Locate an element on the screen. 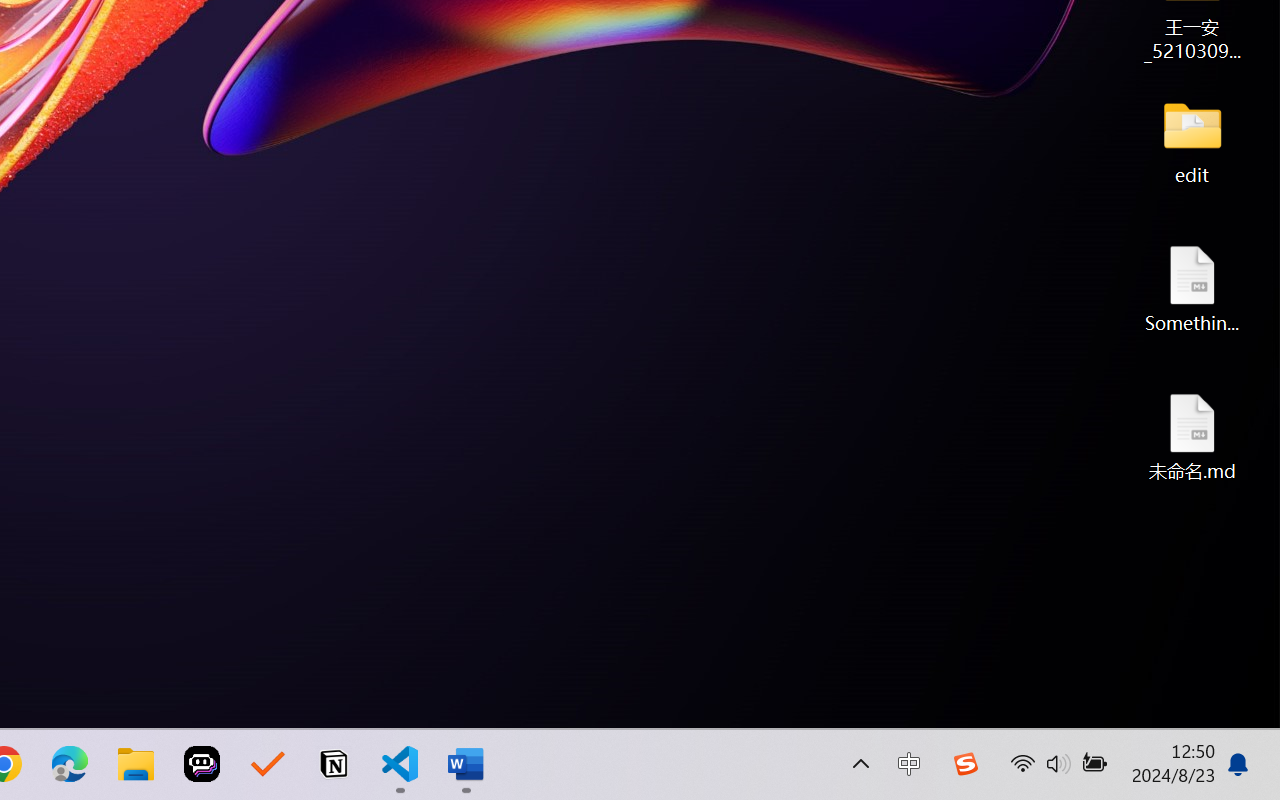 This screenshot has height=800, width=1280. 'Microsoft Edge' is located at coordinates (69, 764).